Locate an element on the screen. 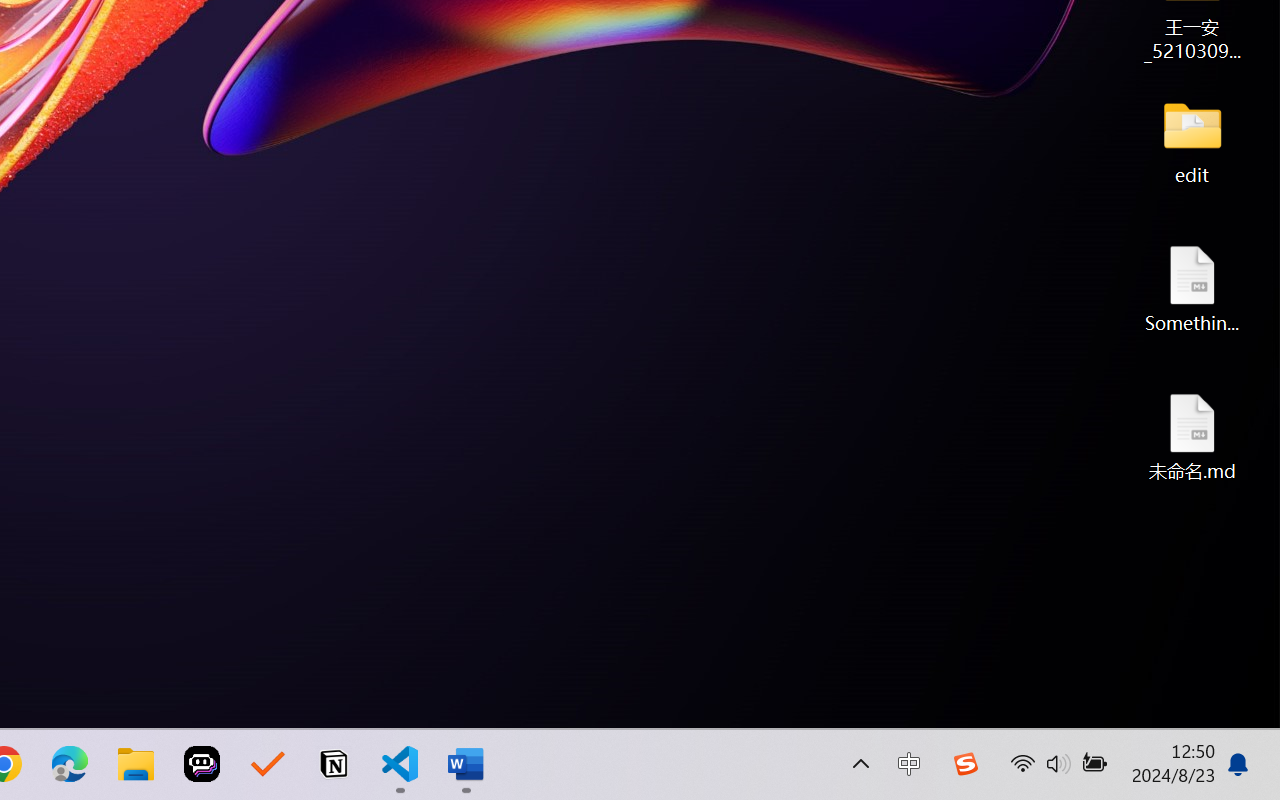 This screenshot has height=800, width=1280. 'Microsoft Edge' is located at coordinates (69, 764).